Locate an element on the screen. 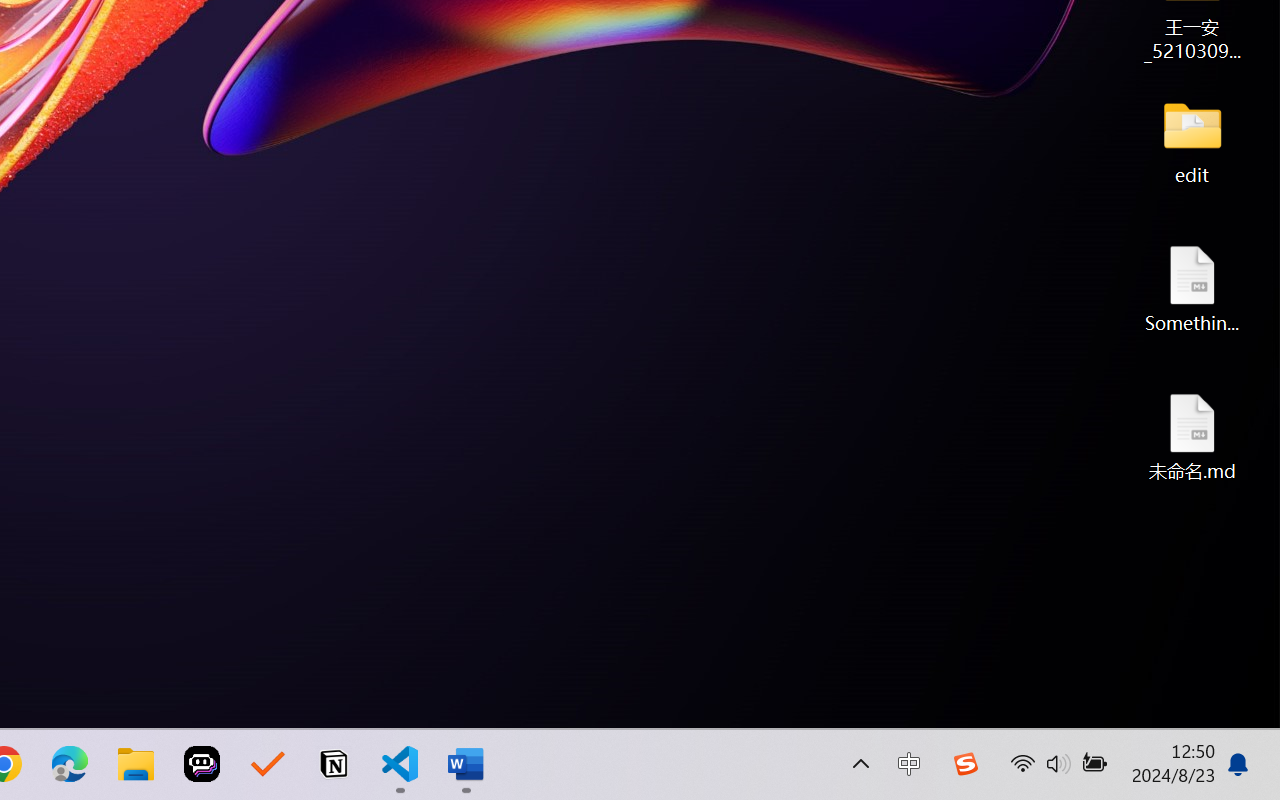 This screenshot has height=800, width=1280. 'Microsoft Edge' is located at coordinates (69, 764).